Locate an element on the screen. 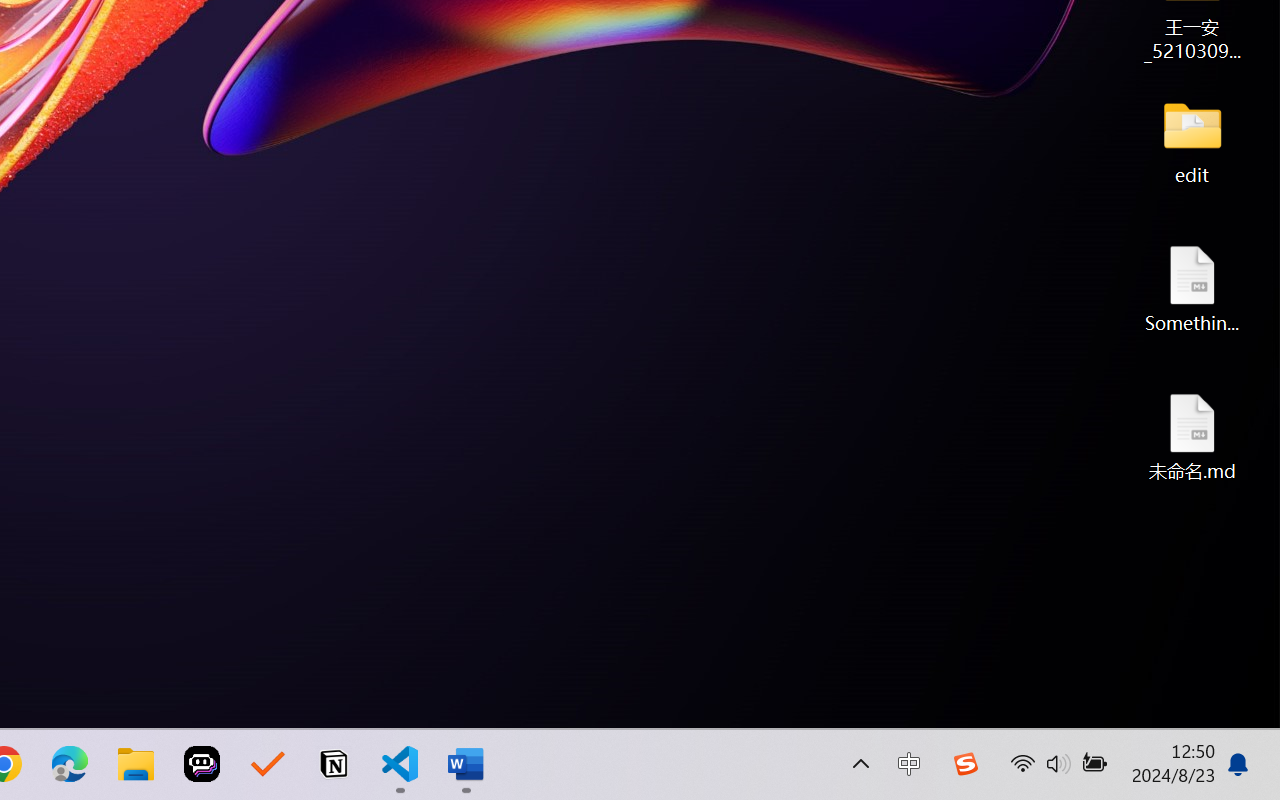 This screenshot has height=800, width=1280. 'Microsoft Edge' is located at coordinates (69, 764).